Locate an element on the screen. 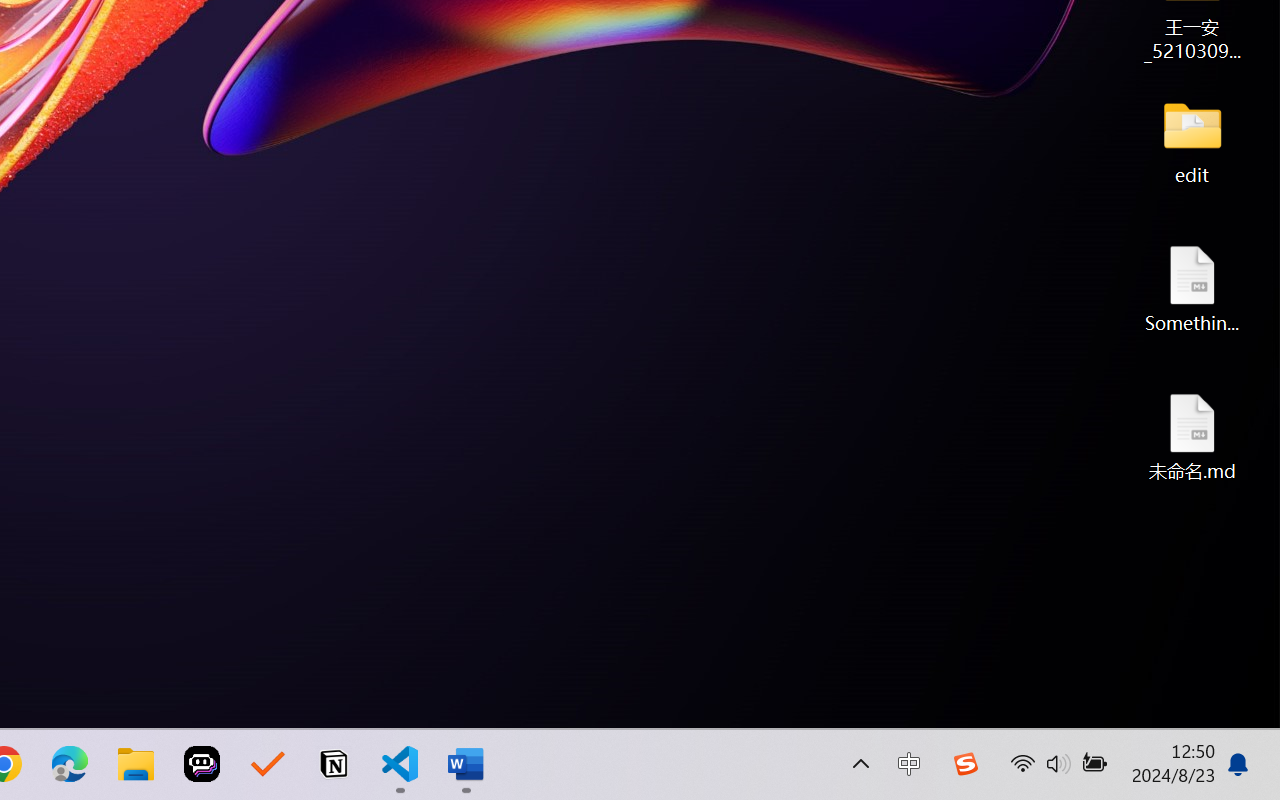 This screenshot has height=800, width=1280. 'Microsoft Edge' is located at coordinates (69, 764).